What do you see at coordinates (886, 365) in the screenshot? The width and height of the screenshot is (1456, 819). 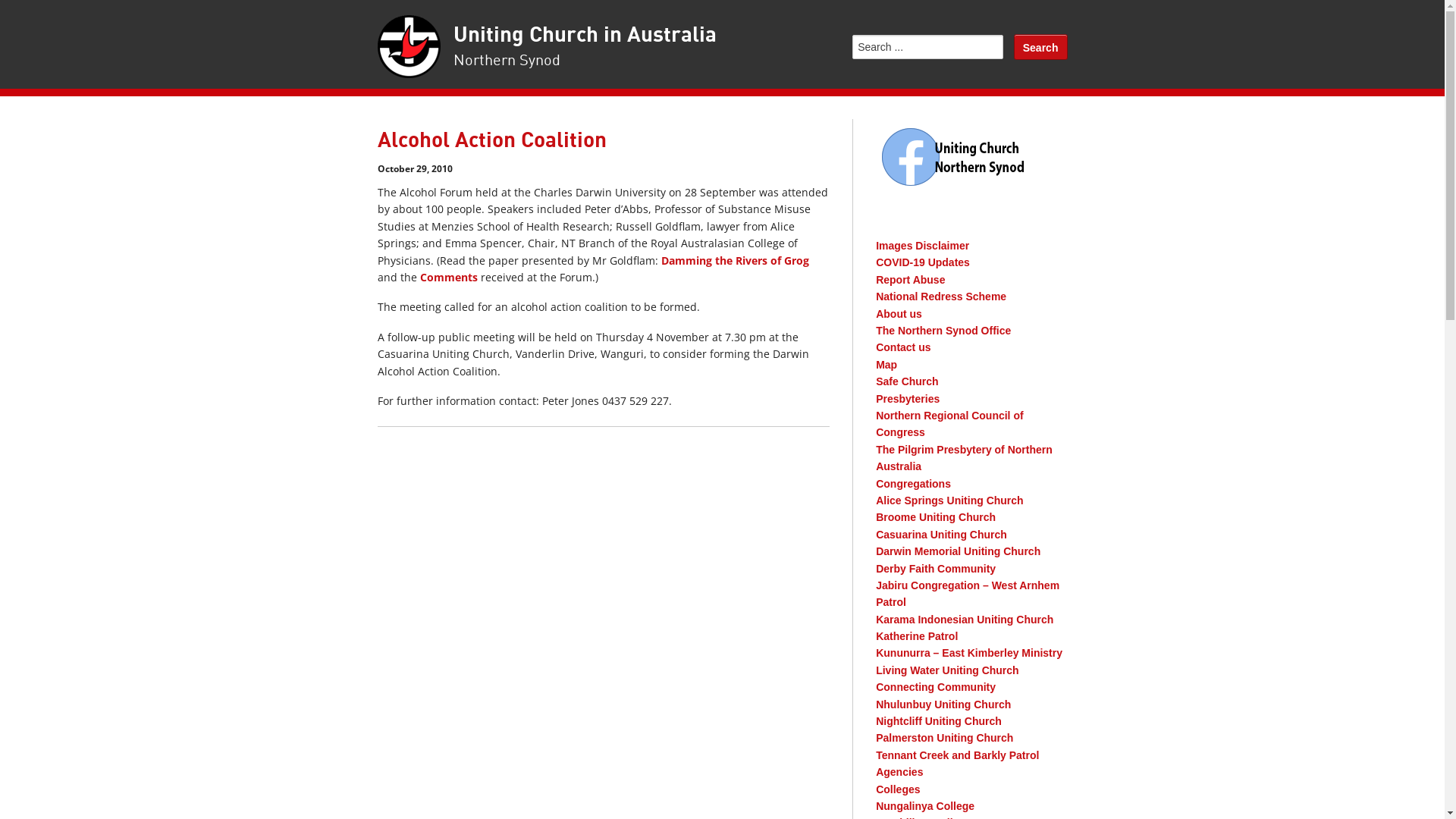 I see `'Map'` at bounding box center [886, 365].